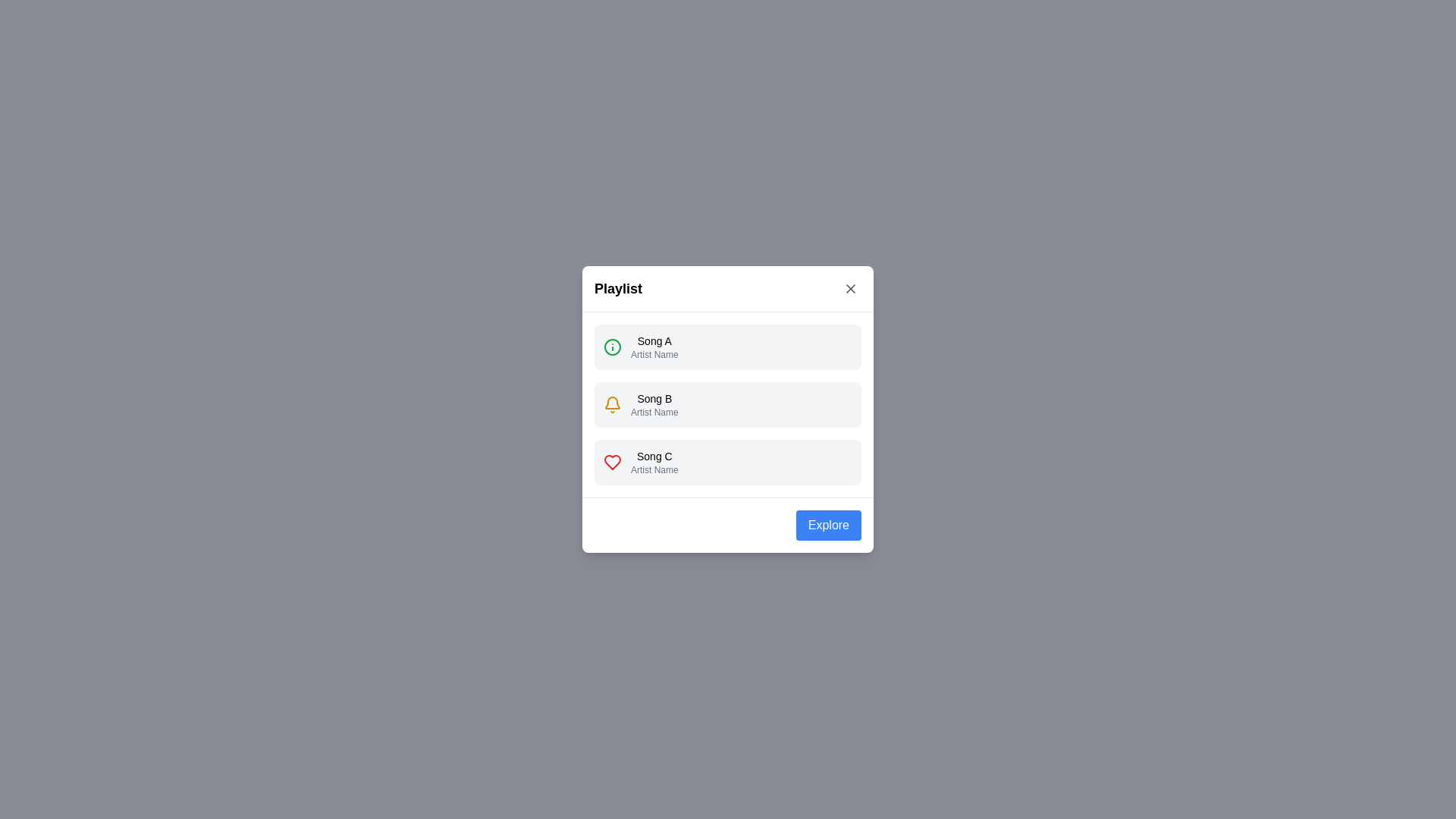 The width and height of the screenshot is (1456, 819). Describe the element at coordinates (654, 403) in the screenshot. I see `the second list item in the playlist modal, which displays 'Song B' and 'Artist Name' with a light gray background and rounded corners` at that location.